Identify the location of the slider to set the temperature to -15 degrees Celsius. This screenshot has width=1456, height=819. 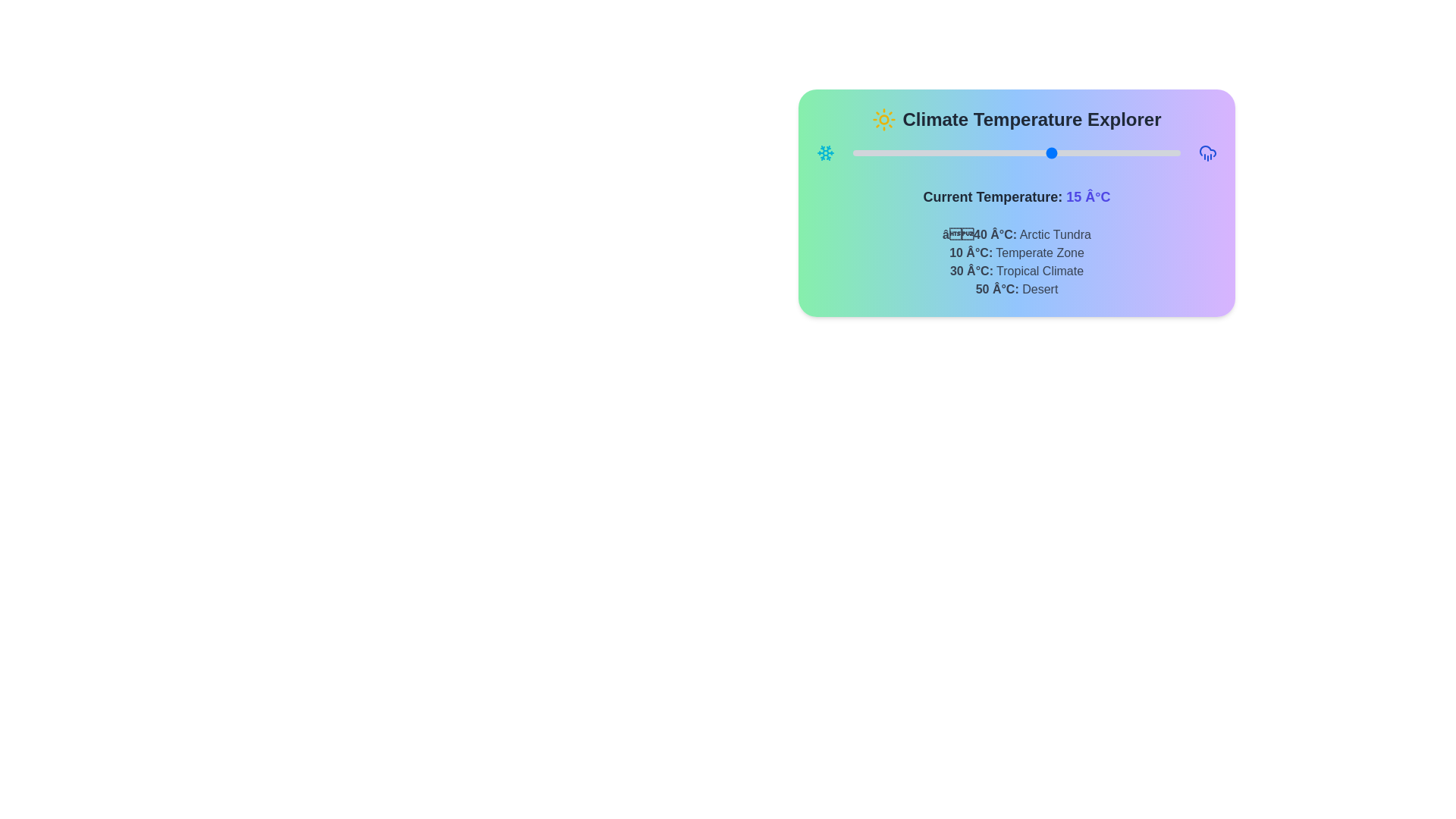
(943, 152).